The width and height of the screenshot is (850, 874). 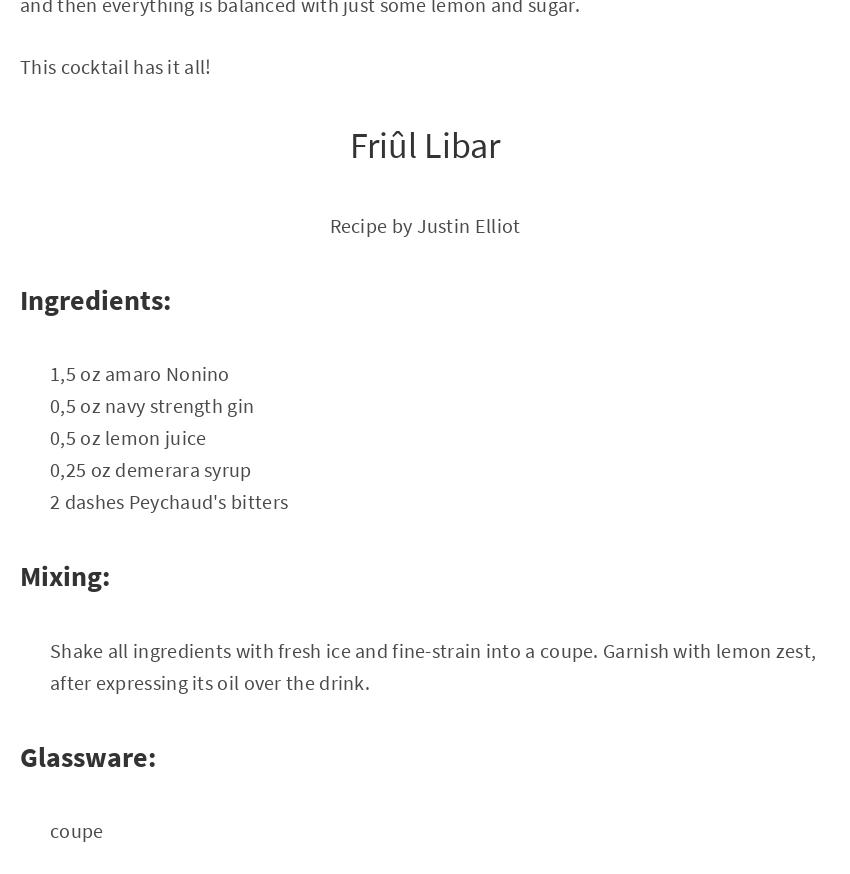 I want to click on 'Shake all ingredients with fresh ice and fine-strain into a coupe. Garnish with lemon zest, after expressing its oil over the drink.', so click(x=49, y=665).